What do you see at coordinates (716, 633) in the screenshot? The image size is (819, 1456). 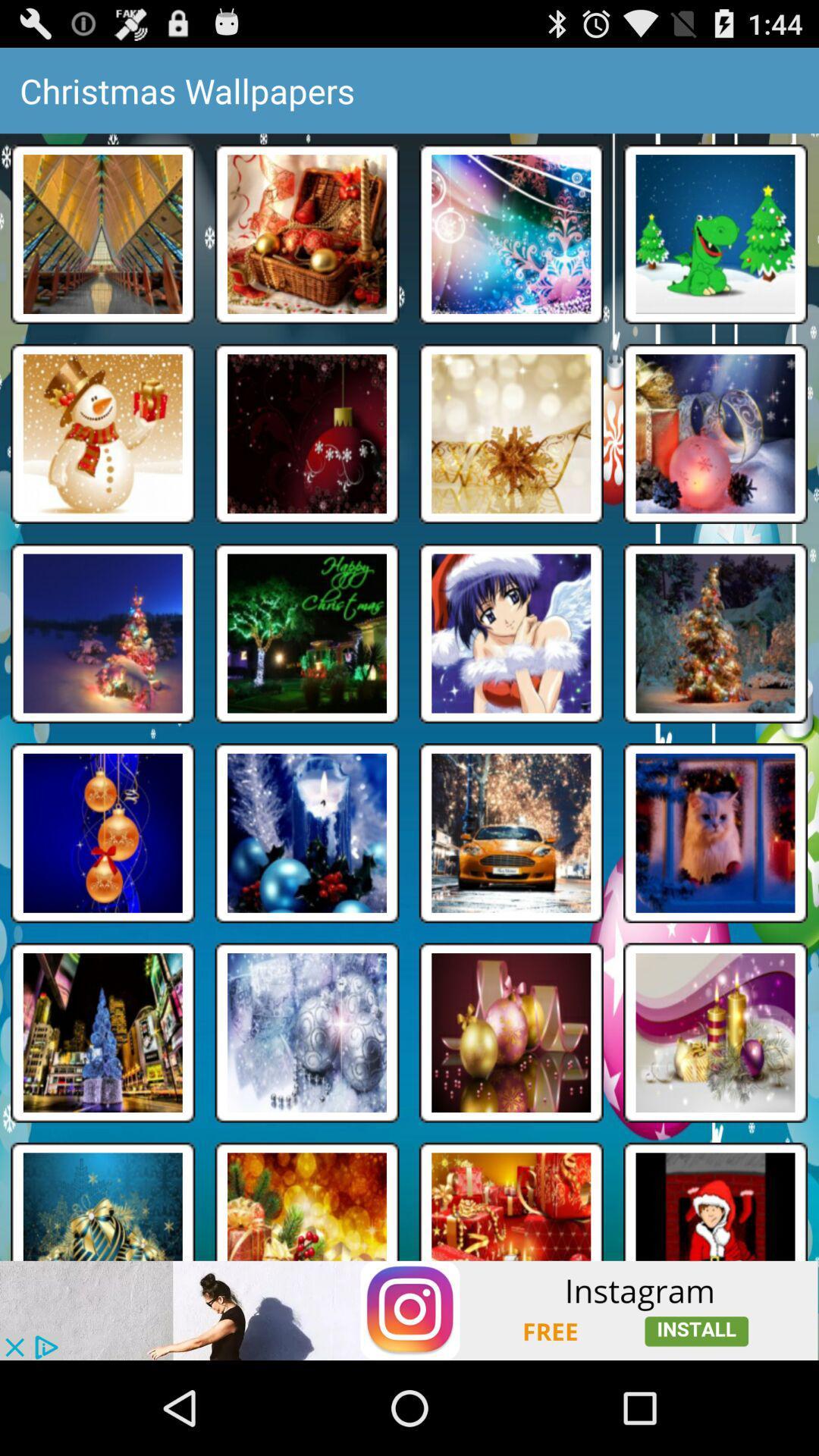 I see `the third row fourth image` at bounding box center [716, 633].